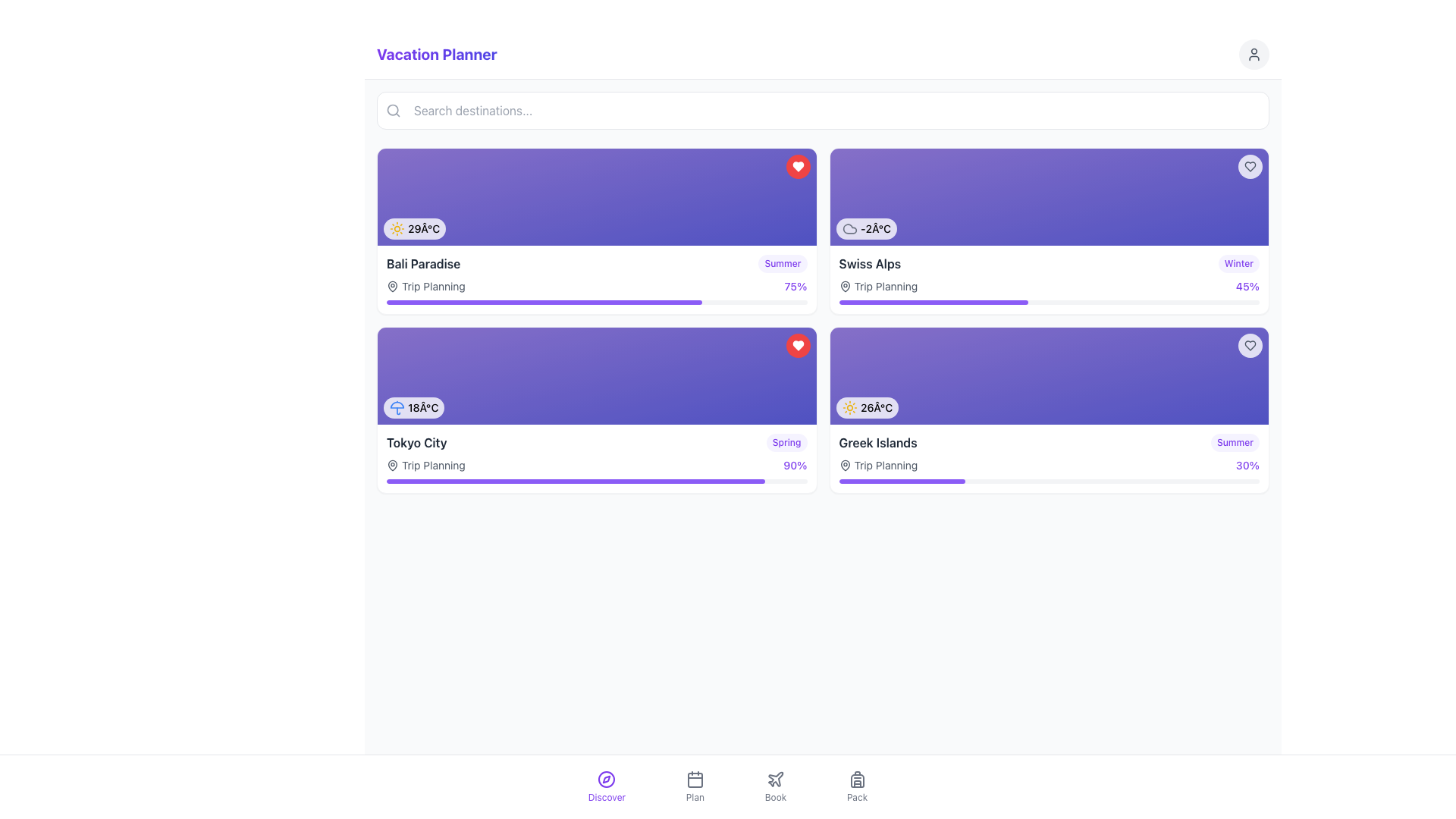 Image resolution: width=1456 pixels, height=819 pixels. I want to click on the heart-shaped icon, which is a filled red color representing a 'favorite' or 'like' action, located at the top-right corner of the 'Bali Paradise' card, so click(797, 345).